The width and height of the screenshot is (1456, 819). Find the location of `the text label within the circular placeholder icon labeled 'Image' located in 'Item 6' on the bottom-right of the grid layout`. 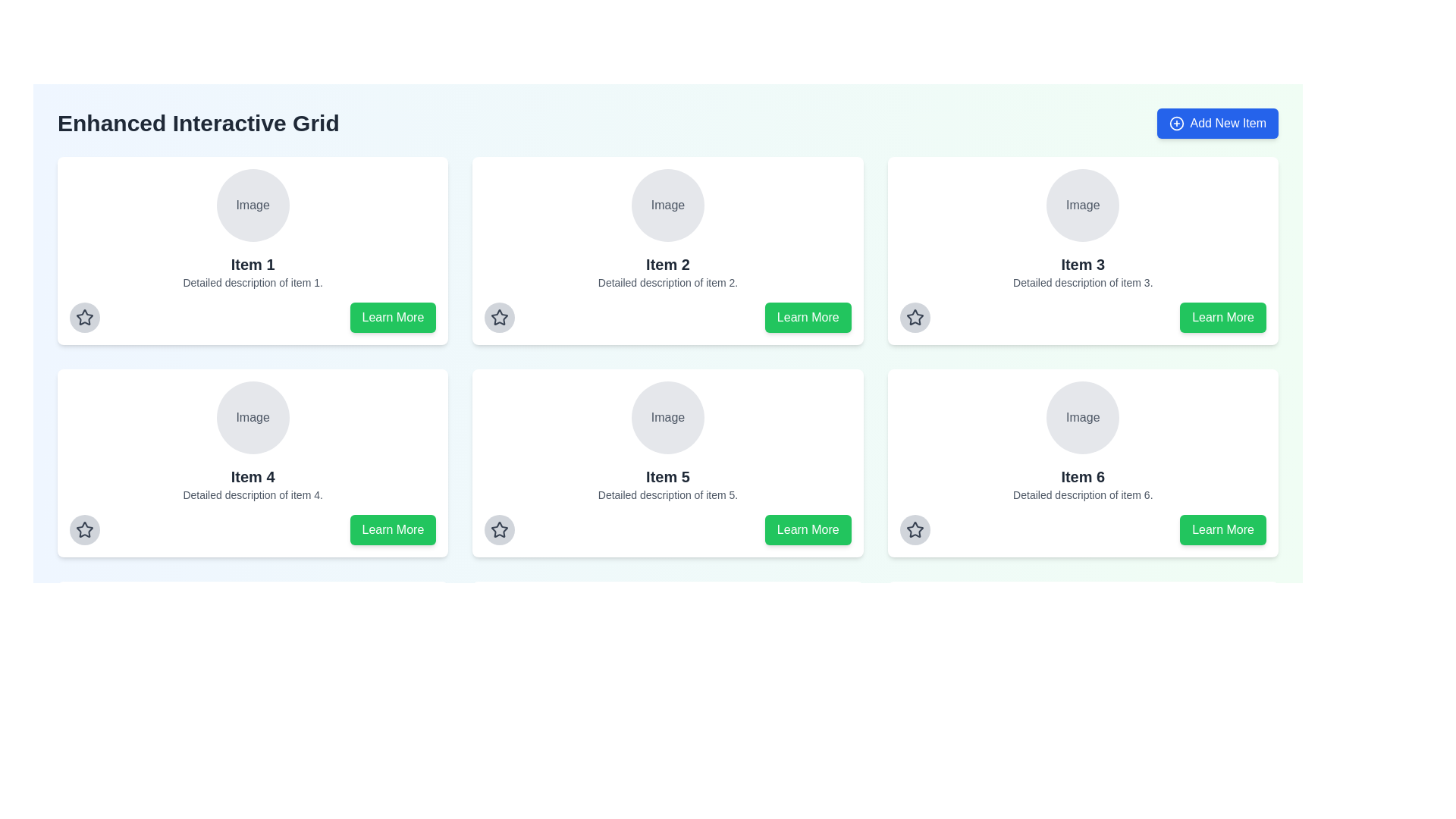

the text label within the circular placeholder icon labeled 'Image' located in 'Item 6' on the bottom-right of the grid layout is located at coordinates (1082, 418).